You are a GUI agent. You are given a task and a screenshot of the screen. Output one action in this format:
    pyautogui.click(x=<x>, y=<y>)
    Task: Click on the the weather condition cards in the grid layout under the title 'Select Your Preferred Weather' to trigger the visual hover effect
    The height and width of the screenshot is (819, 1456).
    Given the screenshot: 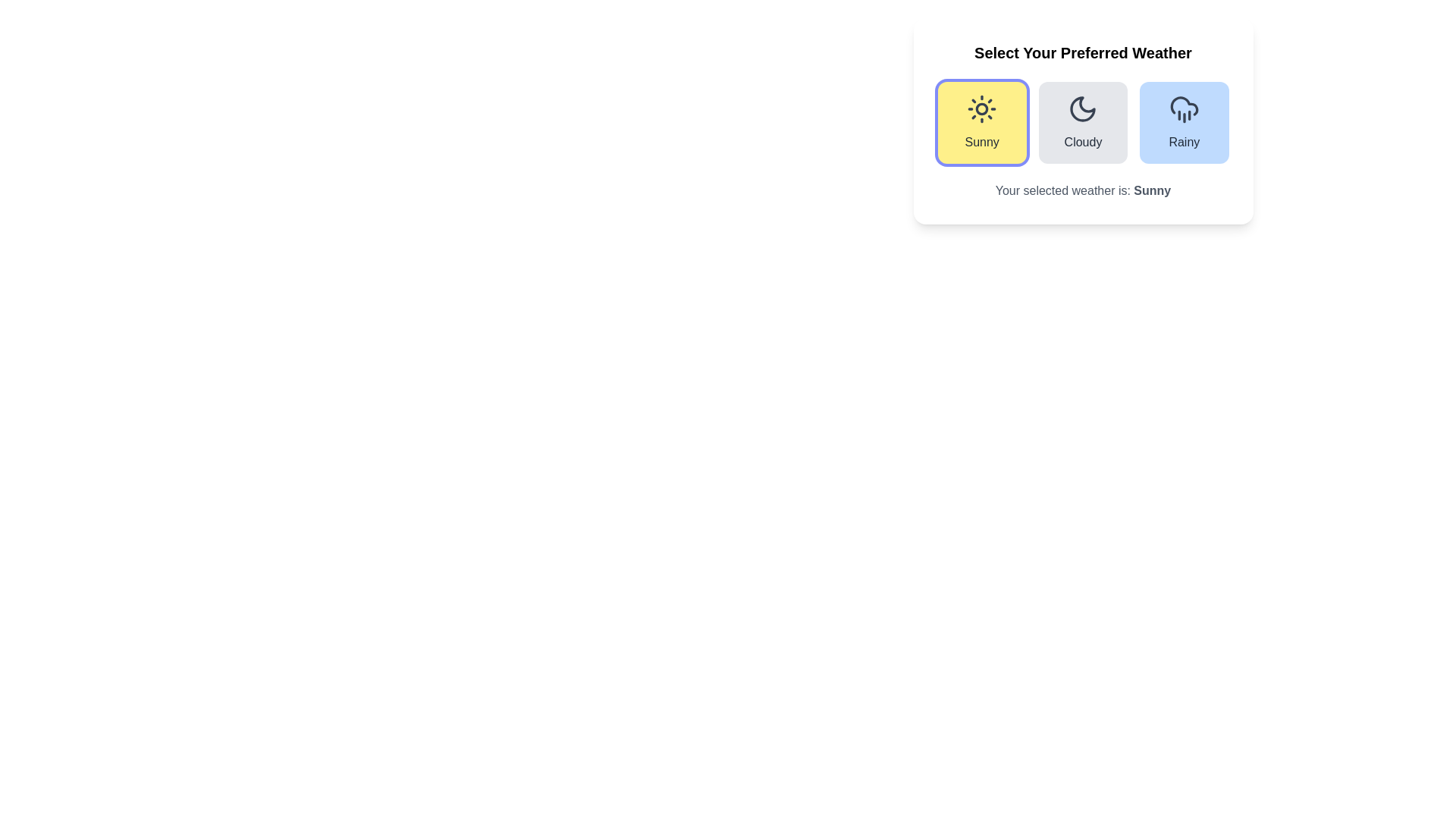 What is the action you would take?
    pyautogui.click(x=1082, y=122)
    